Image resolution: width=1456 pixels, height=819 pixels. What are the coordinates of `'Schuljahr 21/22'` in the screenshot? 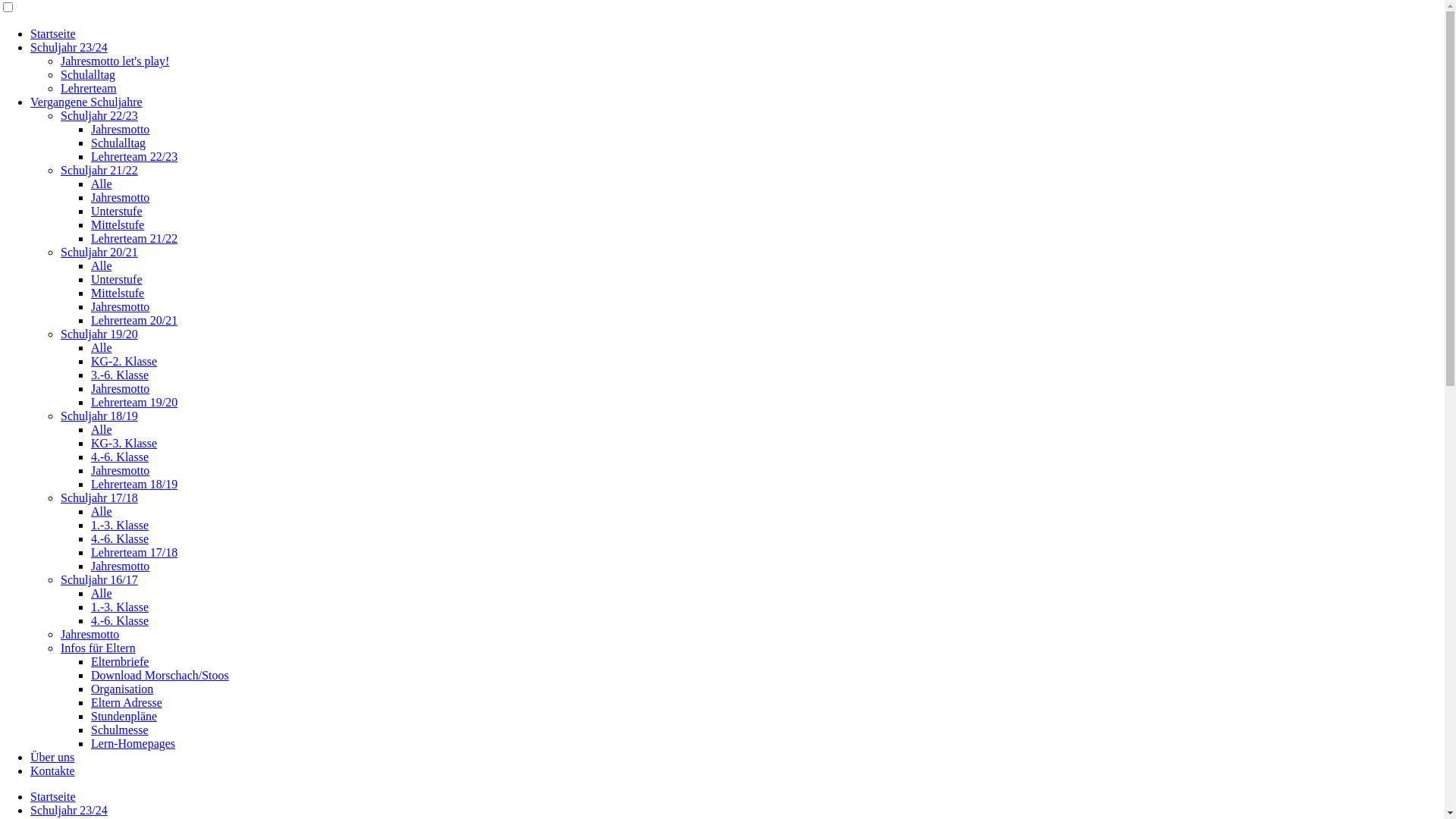 It's located at (98, 170).